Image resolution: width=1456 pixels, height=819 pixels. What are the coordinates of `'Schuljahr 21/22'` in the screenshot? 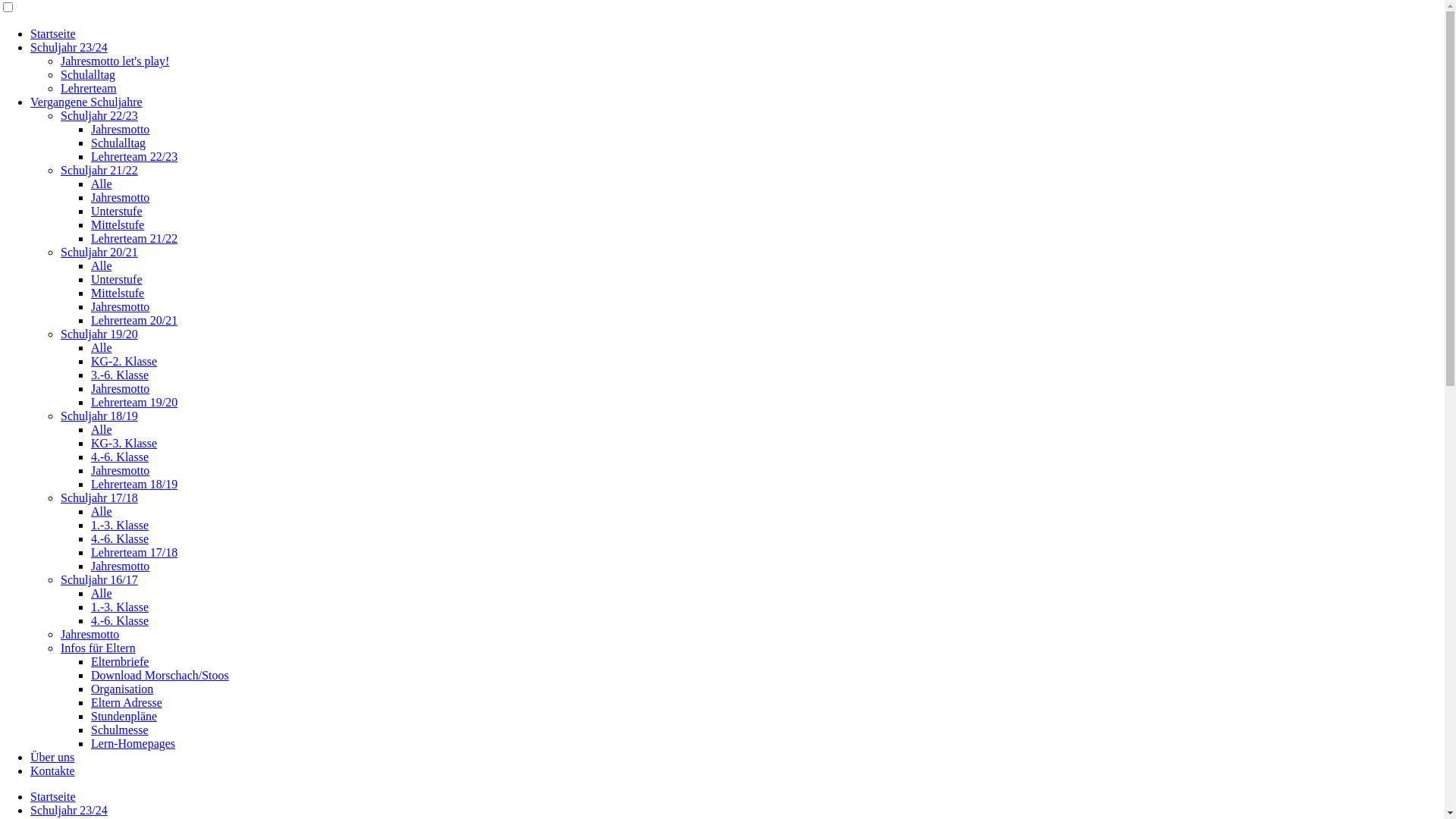 It's located at (98, 170).